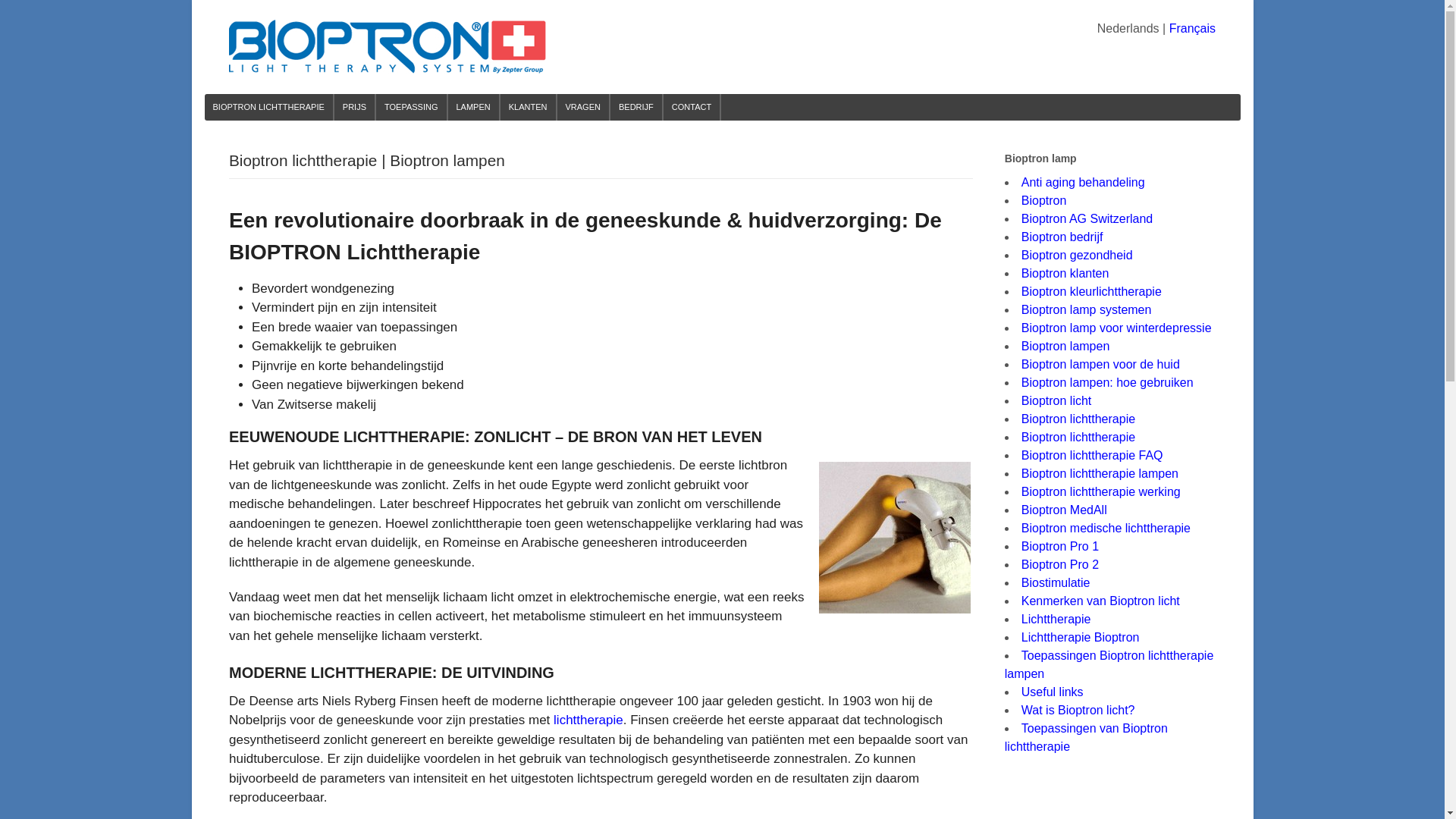 The height and width of the screenshot is (819, 1456). Describe the element at coordinates (1077, 710) in the screenshot. I see `'Wat is Bioptron licht?'` at that location.